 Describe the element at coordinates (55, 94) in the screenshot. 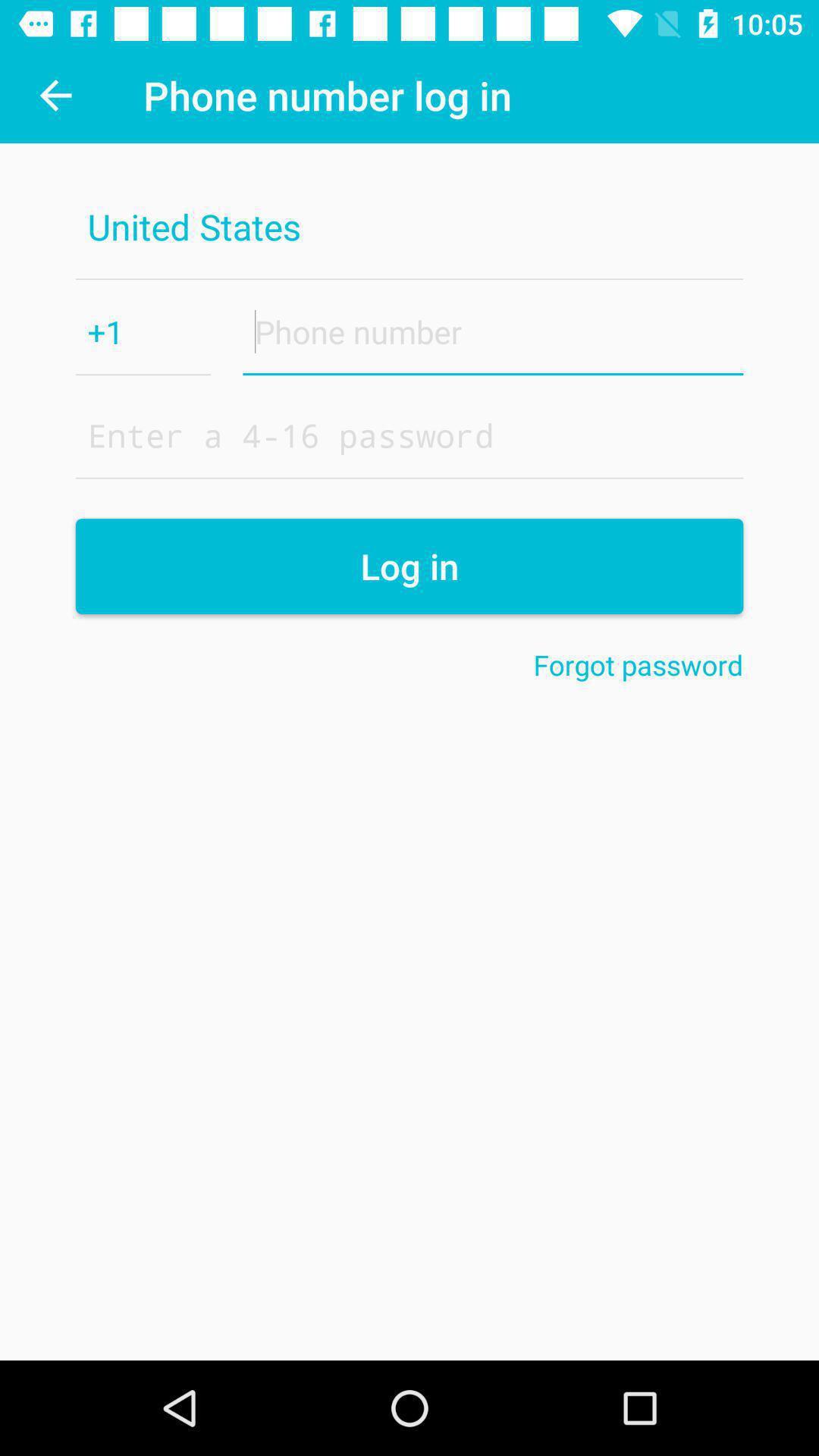

I see `the item to the left of the phone number log icon` at that location.